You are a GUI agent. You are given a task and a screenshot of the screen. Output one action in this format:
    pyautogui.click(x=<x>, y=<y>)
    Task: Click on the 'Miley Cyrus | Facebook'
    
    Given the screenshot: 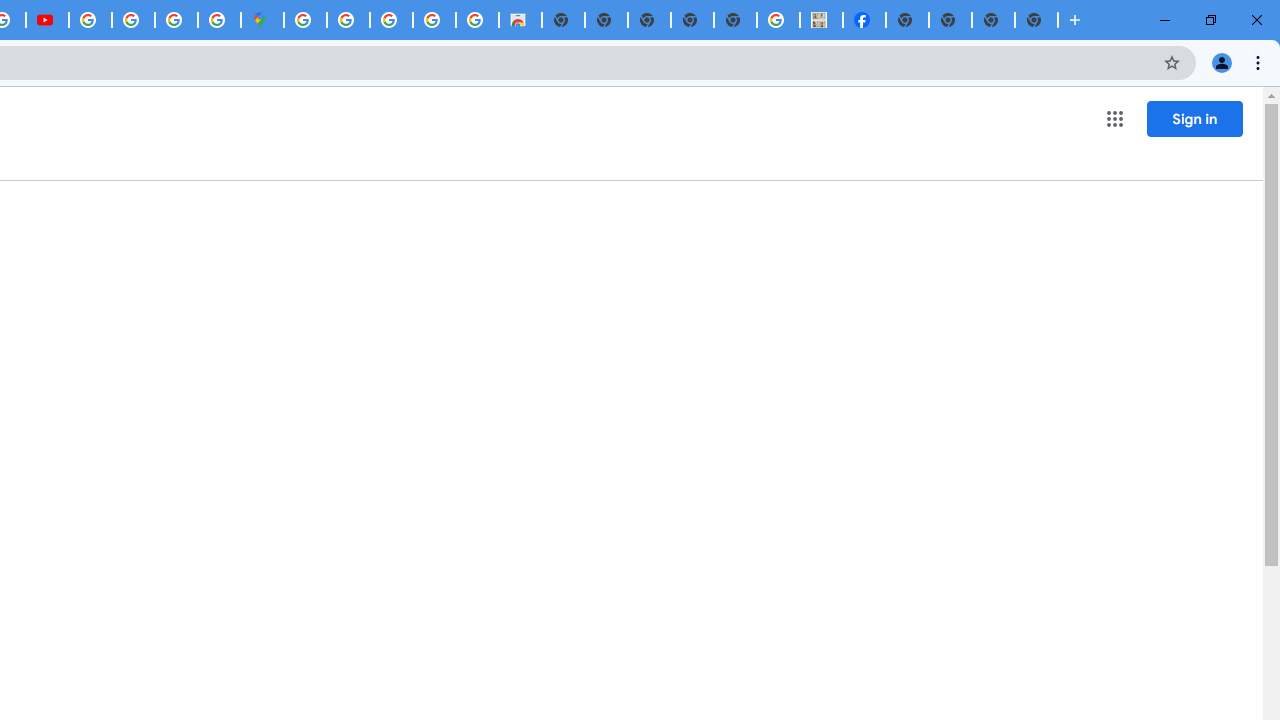 What is the action you would take?
    pyautogui.click(x=864, y=20)
    